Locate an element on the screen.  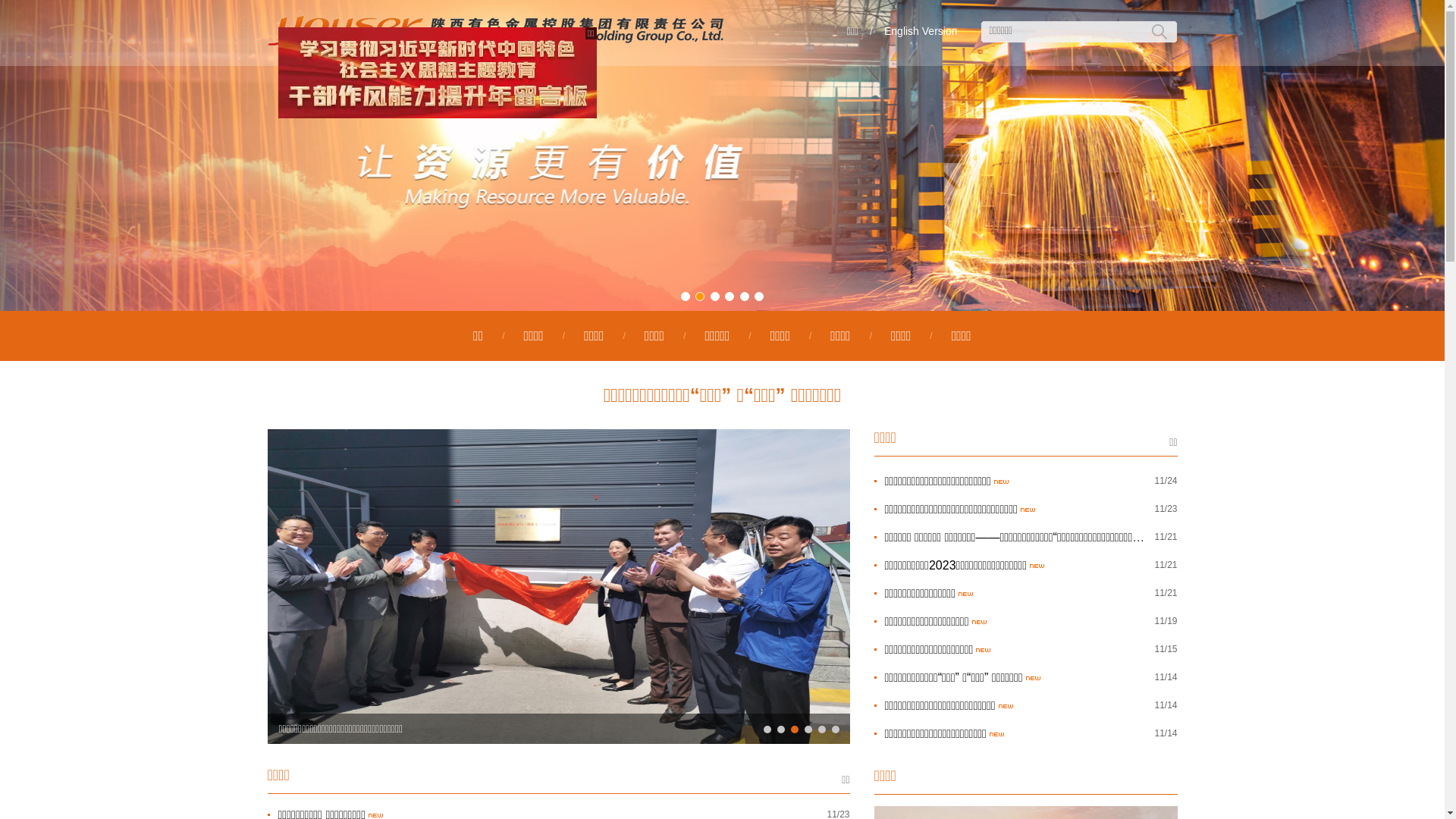
'English Version' is located at coordinates (920, 31).